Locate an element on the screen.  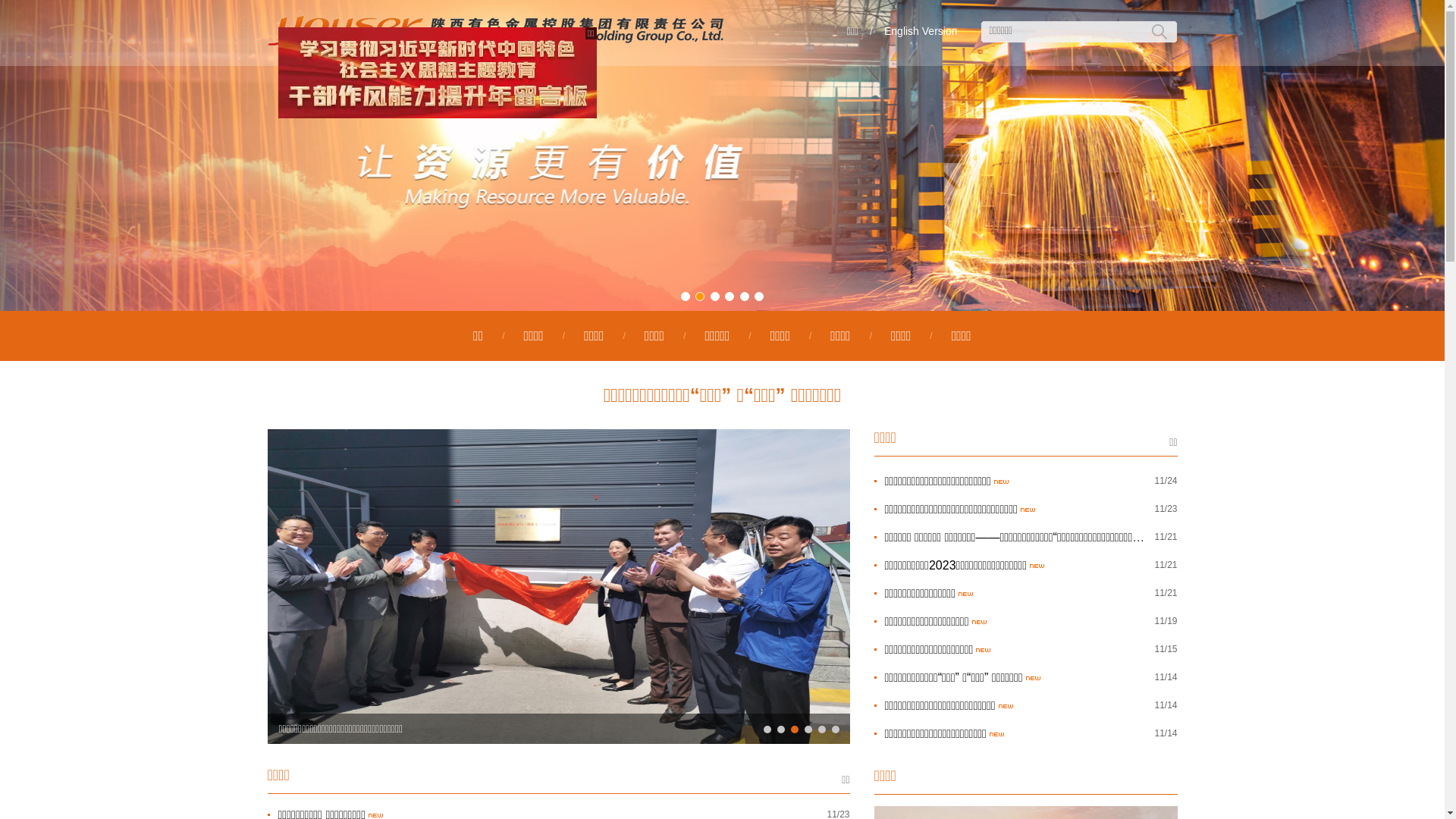
'English Version' is located at coordinates (920, 31).